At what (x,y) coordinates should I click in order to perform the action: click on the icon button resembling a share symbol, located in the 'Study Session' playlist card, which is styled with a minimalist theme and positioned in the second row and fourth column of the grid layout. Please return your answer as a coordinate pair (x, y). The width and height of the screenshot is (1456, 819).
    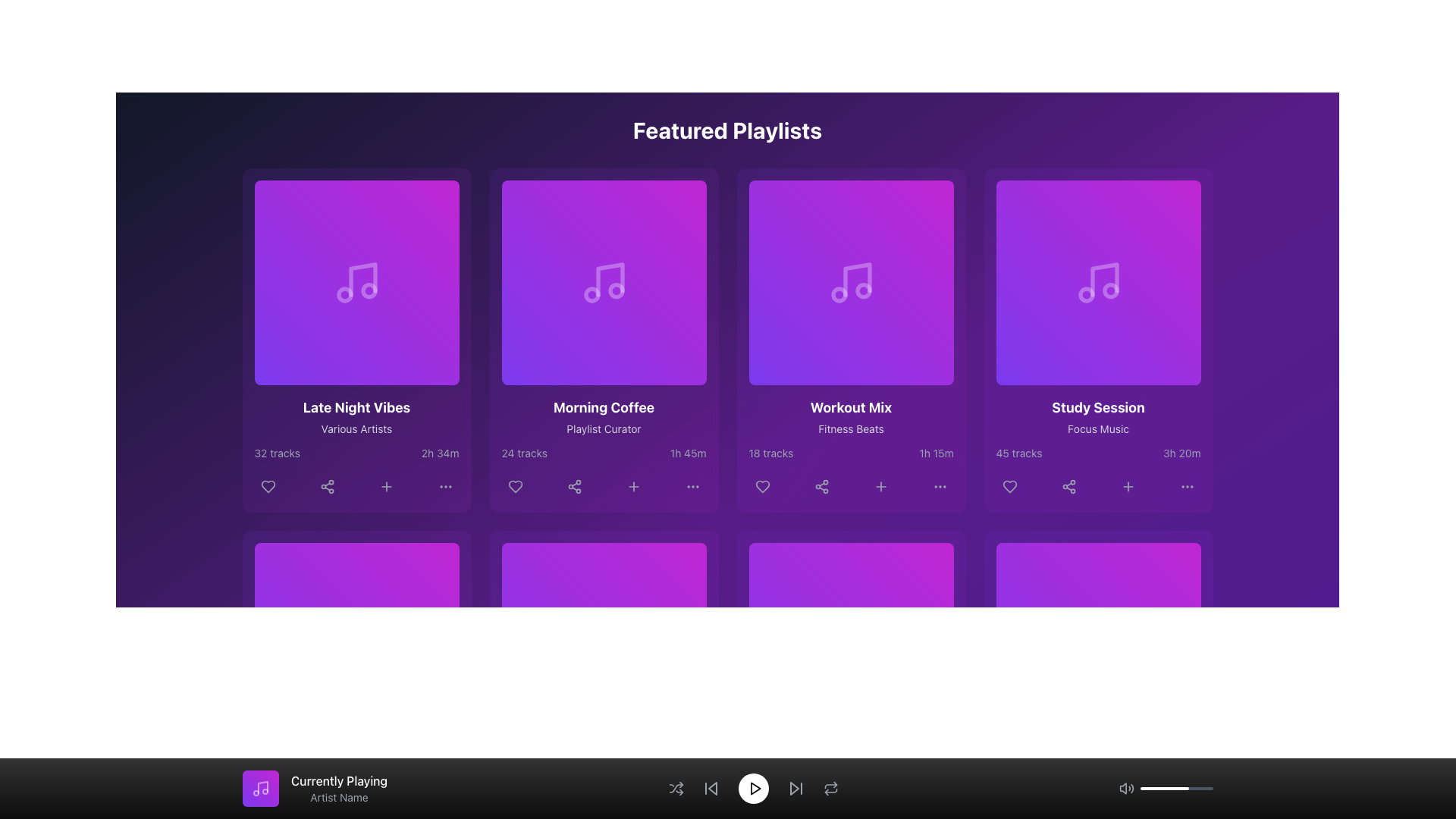
    Looking at the image, I should click on (1068, 486).